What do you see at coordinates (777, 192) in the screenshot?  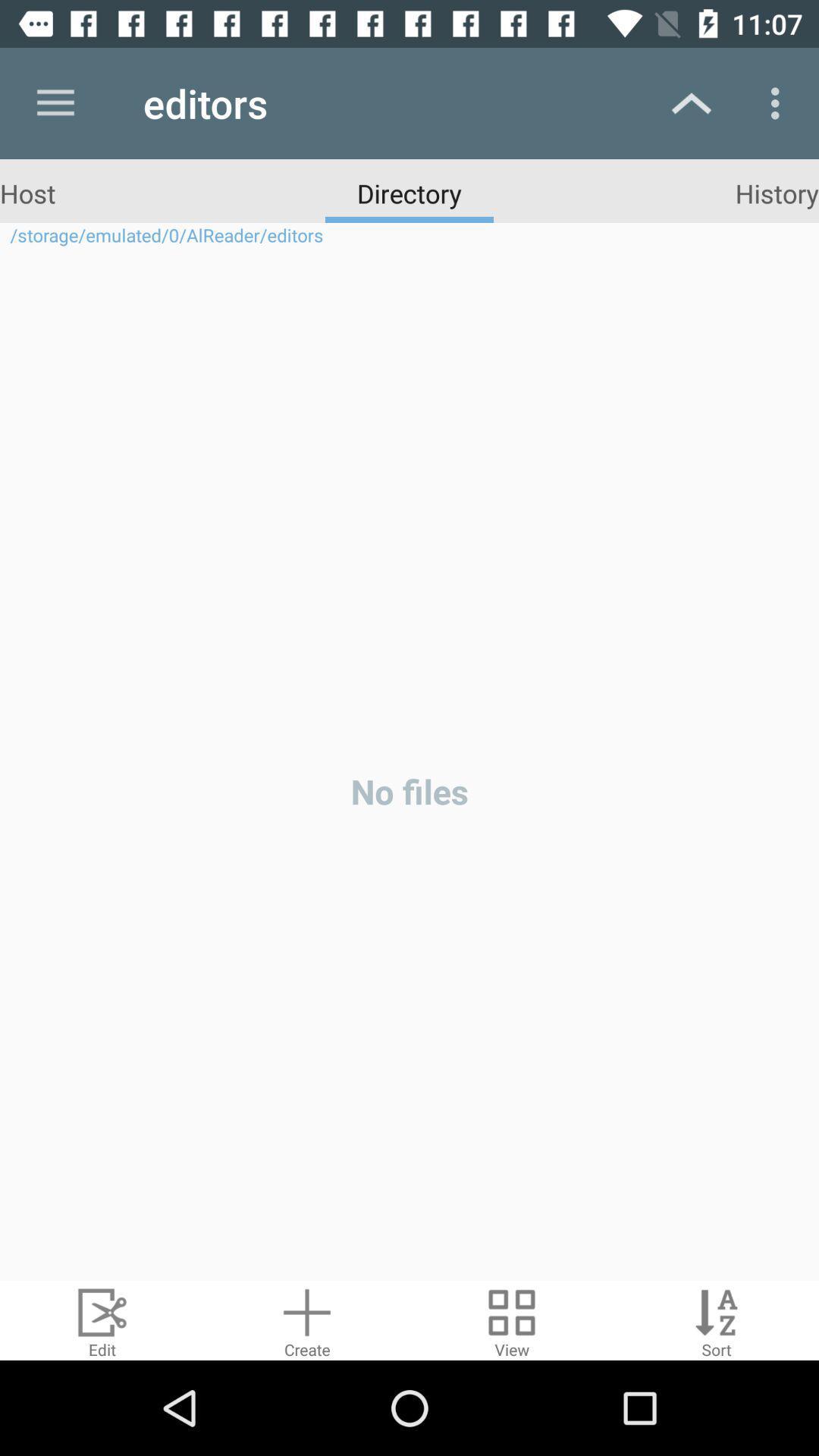 I see `the history item` at bounding box center [777, 192].